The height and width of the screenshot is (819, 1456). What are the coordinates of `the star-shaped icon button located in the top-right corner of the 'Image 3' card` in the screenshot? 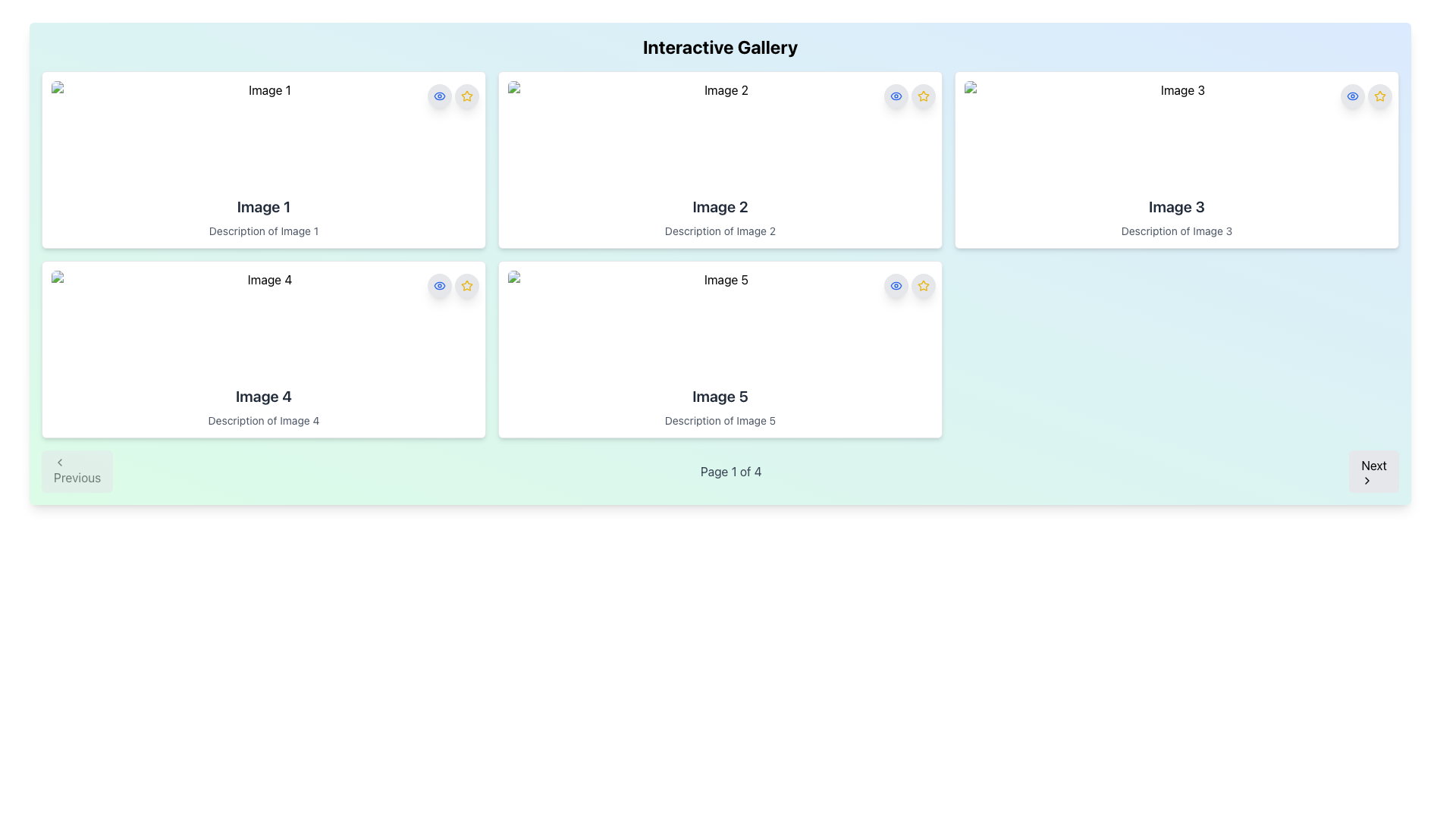 It's located at (1379, 96).